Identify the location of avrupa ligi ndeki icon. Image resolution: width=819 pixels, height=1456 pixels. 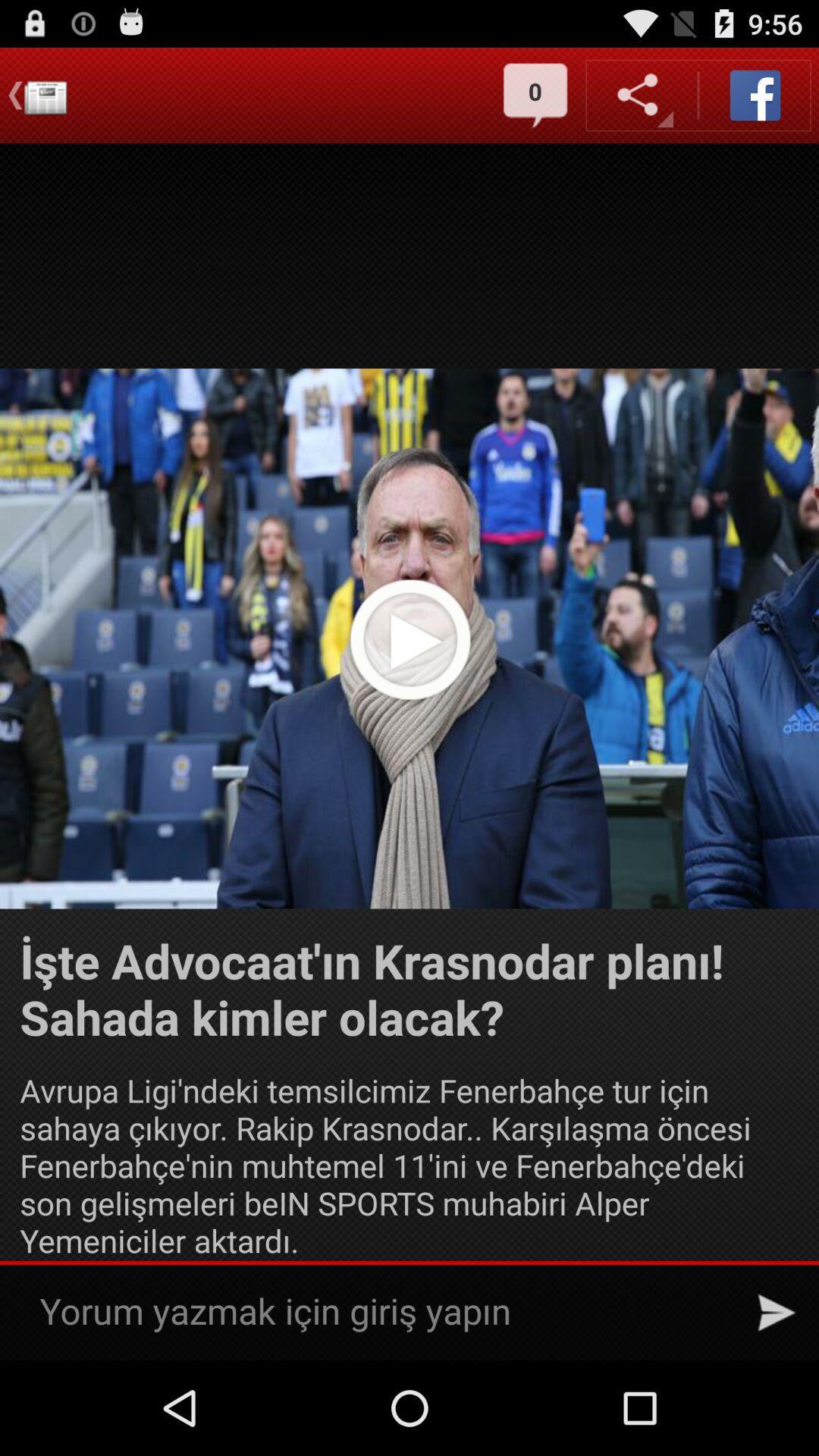
(409, 1164).